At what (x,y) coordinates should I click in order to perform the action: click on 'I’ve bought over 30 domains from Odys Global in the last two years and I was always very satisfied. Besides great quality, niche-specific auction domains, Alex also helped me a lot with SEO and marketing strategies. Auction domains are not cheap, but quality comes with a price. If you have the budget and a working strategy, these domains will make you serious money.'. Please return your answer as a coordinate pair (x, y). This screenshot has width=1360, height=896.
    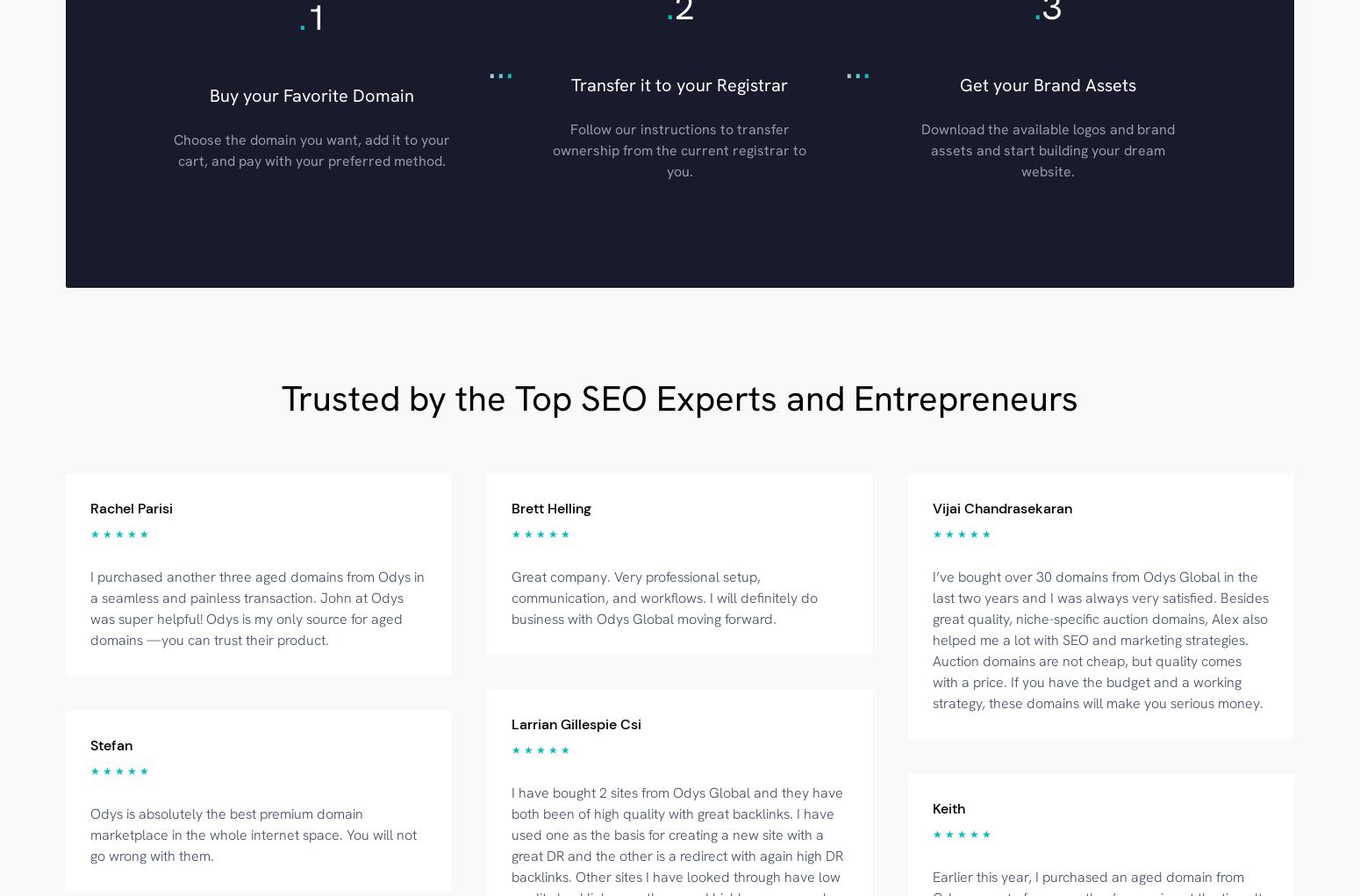
    Looking at the image, I should click on (932, 638).